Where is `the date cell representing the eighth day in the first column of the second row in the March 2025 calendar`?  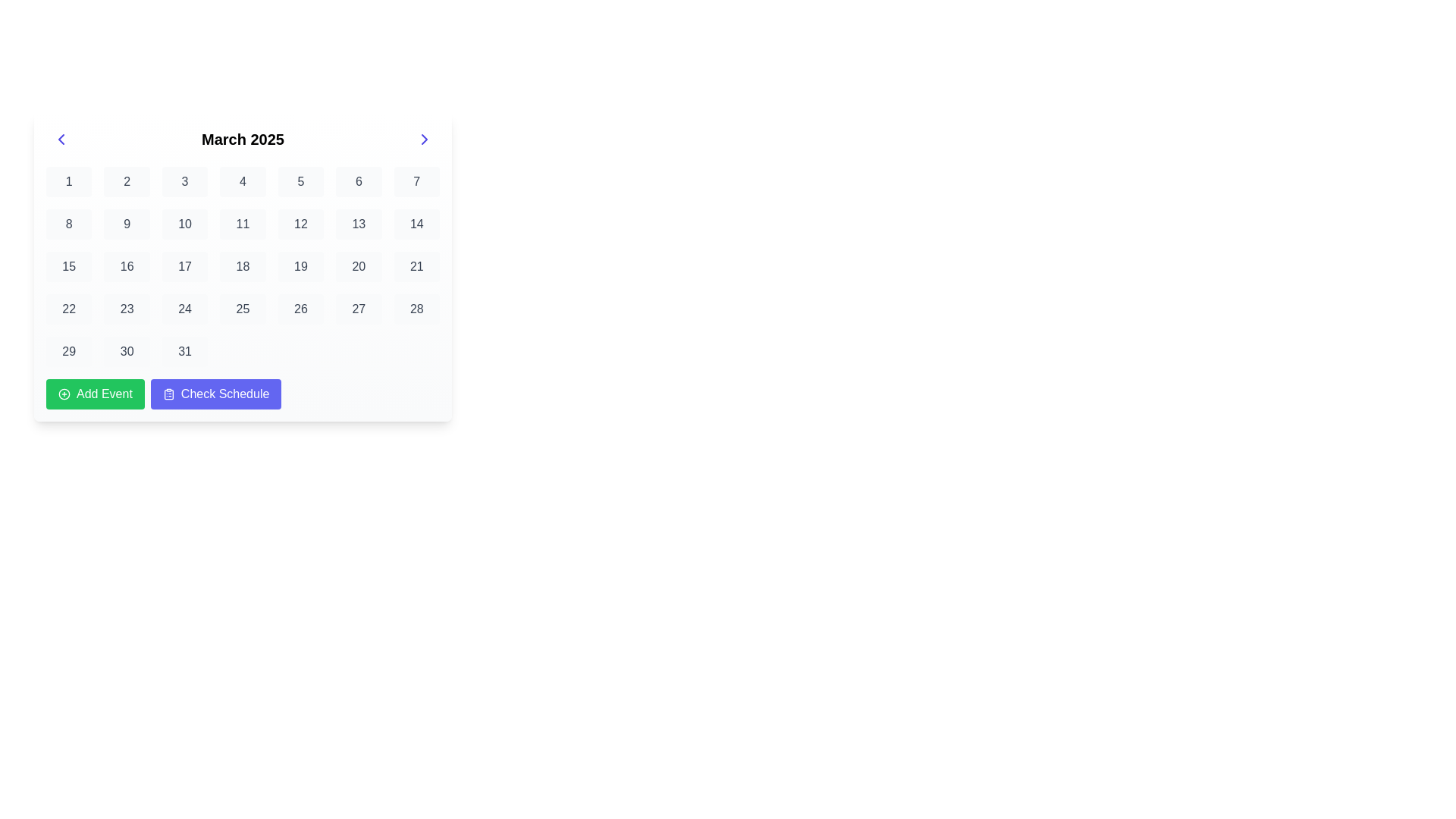 the date cell representing the eighth day in the first column of the second row in the March 2025 calendar is located at coordinates (68, 224).